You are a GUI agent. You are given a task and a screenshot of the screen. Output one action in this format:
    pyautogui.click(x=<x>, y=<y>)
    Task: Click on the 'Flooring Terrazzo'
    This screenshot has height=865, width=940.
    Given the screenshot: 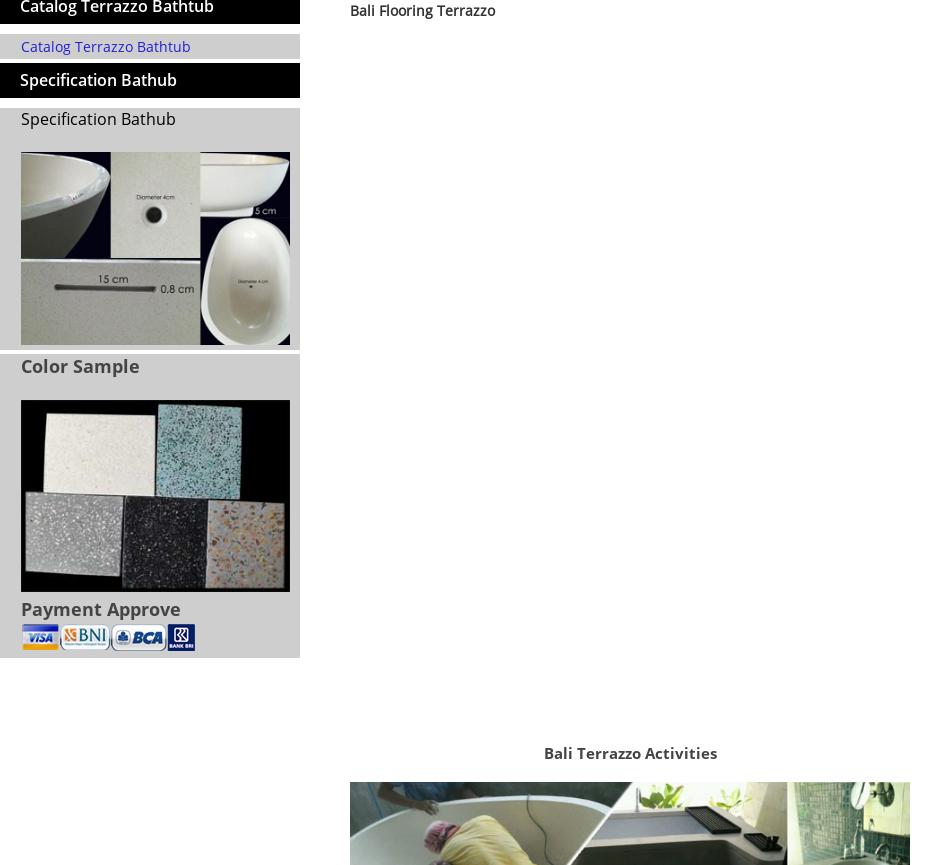 What is the action you would take?
    pyautogui.click(x=401, y=690)
    